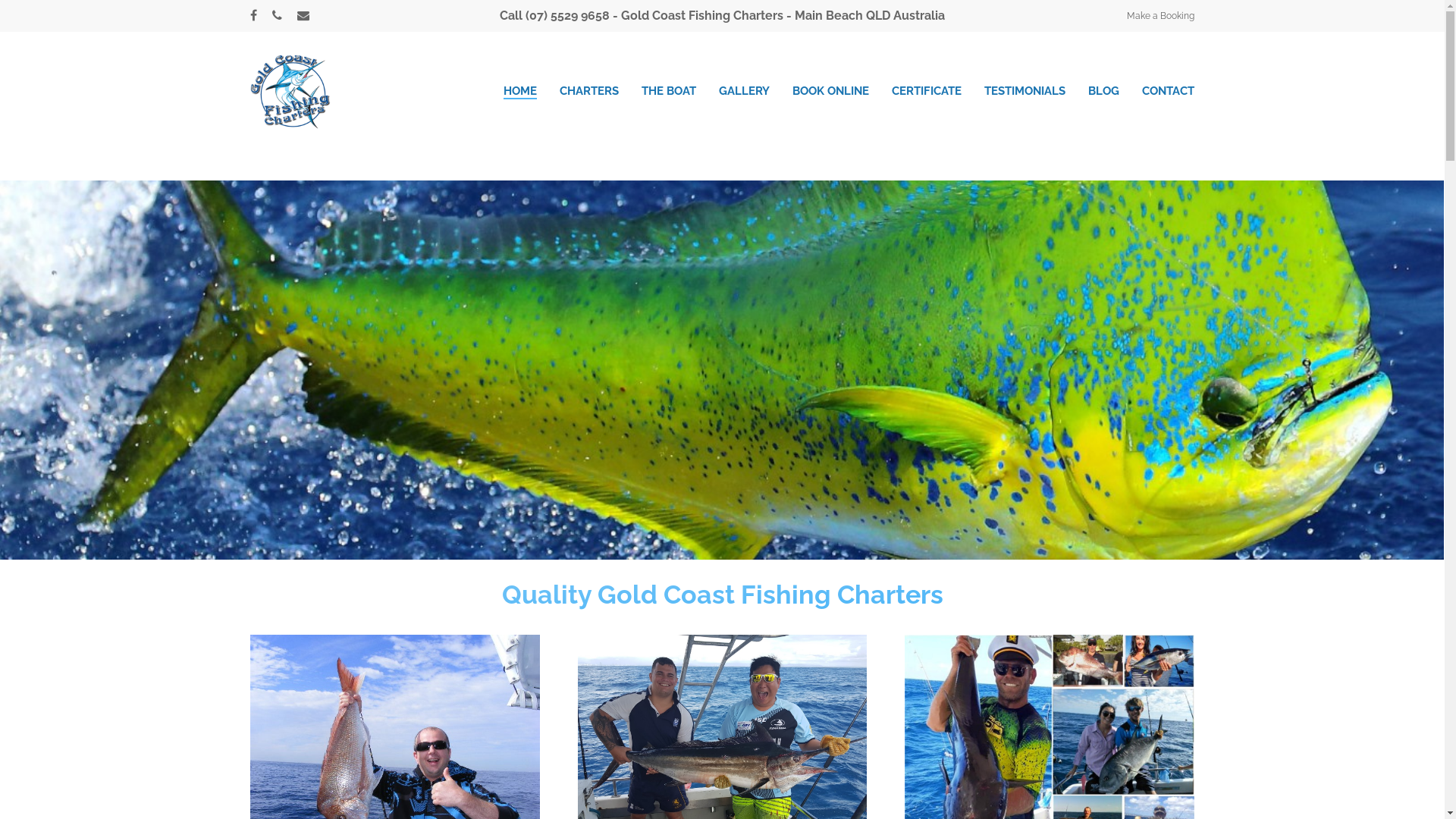  I want to click on 'Make a Booking', so click(1159, 15).